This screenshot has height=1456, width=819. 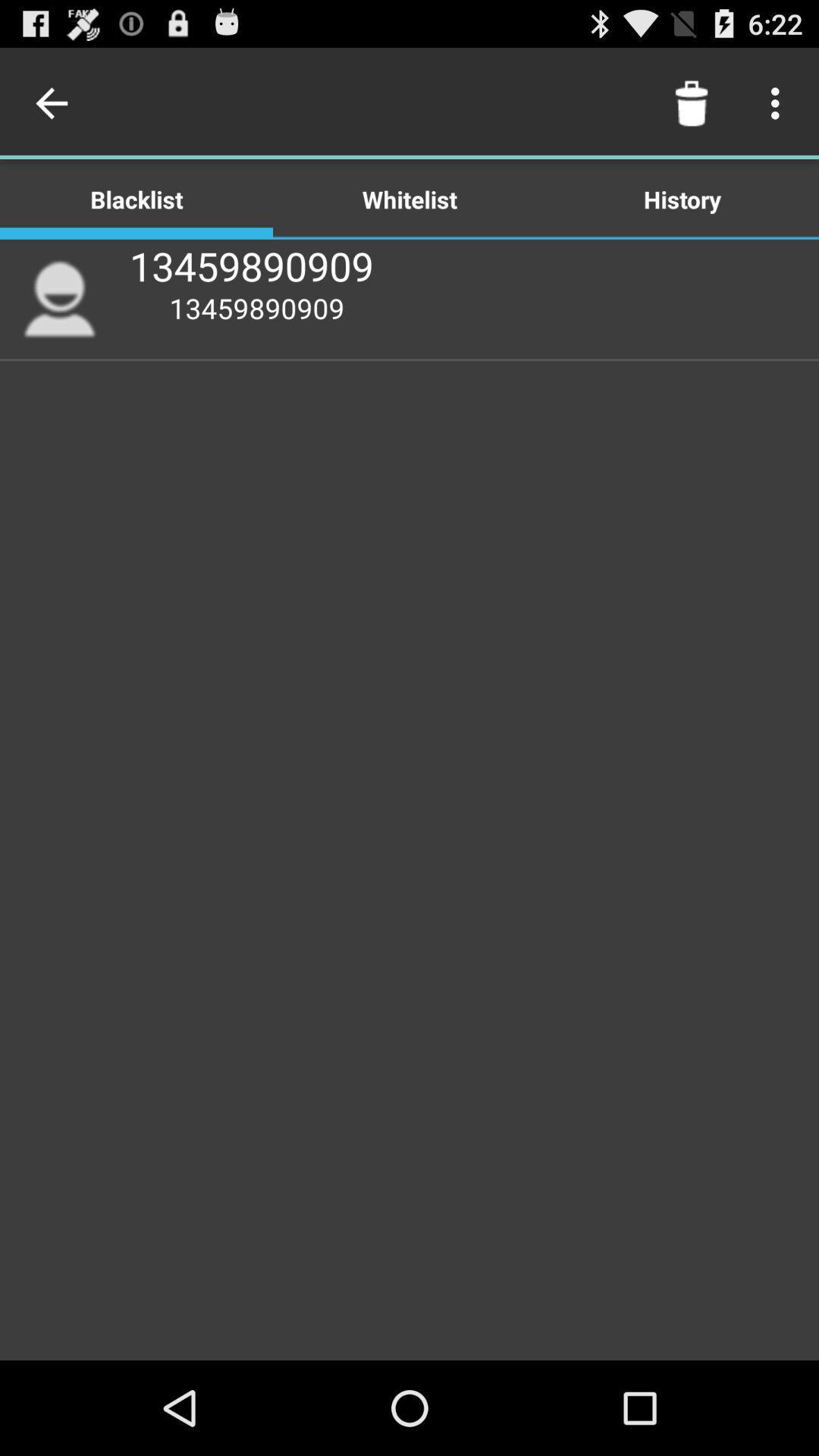 What do you see at coordinates (681, 198) in the screenshot?
I see `the item to the right of the whitelist icon` at bounding box center [681, 198].